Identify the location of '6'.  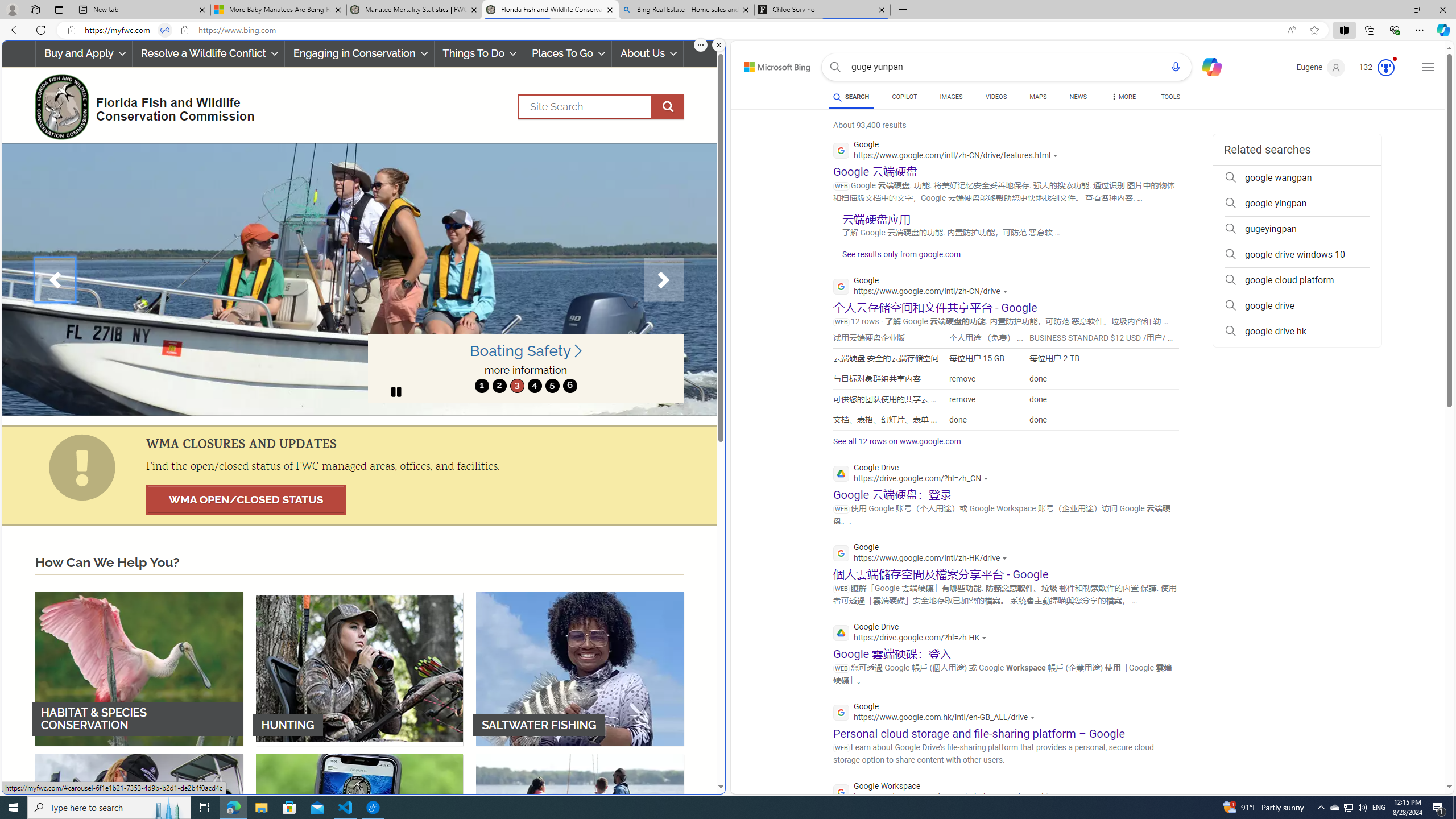
(568, 385).